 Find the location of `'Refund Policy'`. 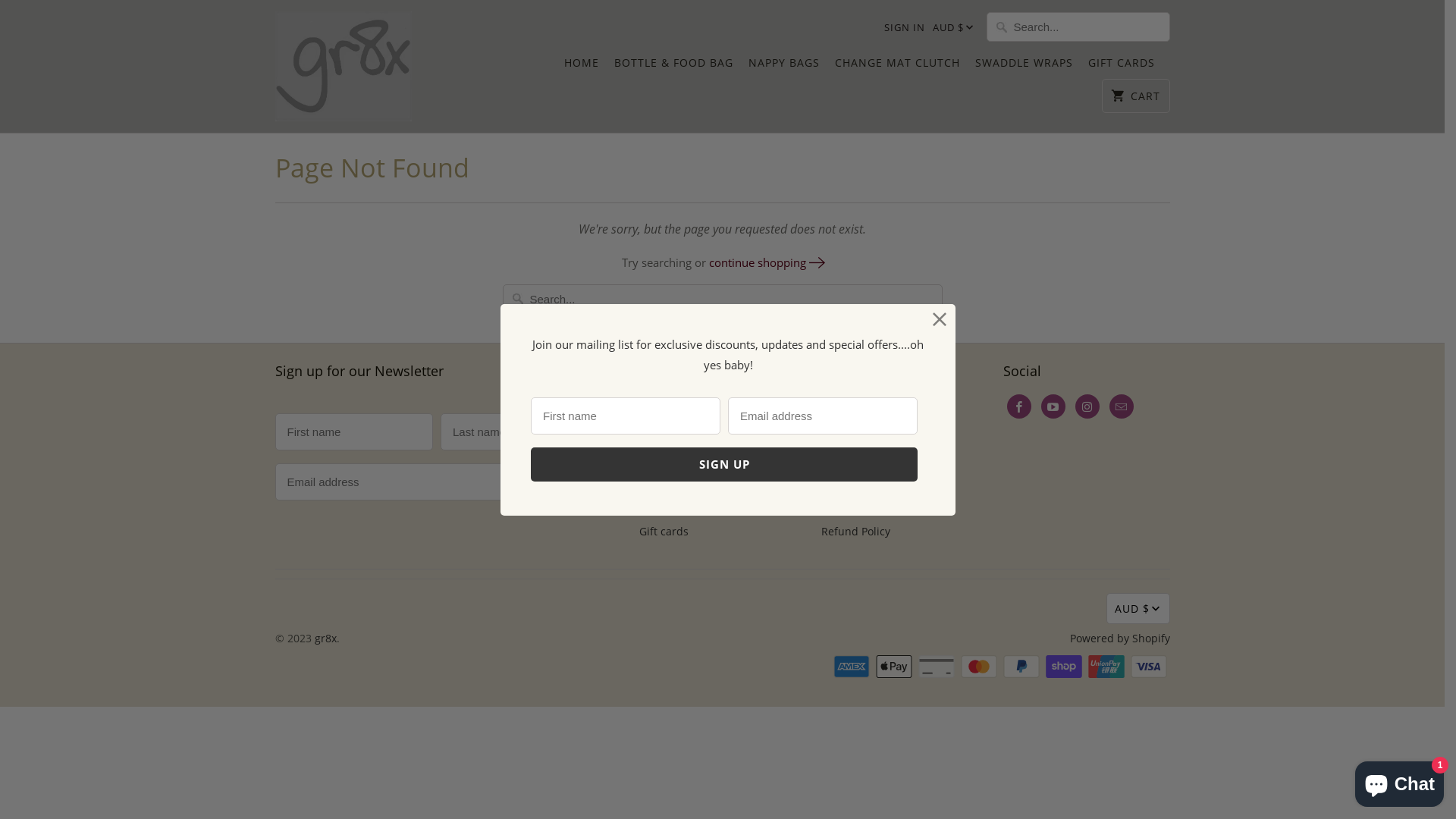

'Refund Policy' is located at coordinates (819, 530).